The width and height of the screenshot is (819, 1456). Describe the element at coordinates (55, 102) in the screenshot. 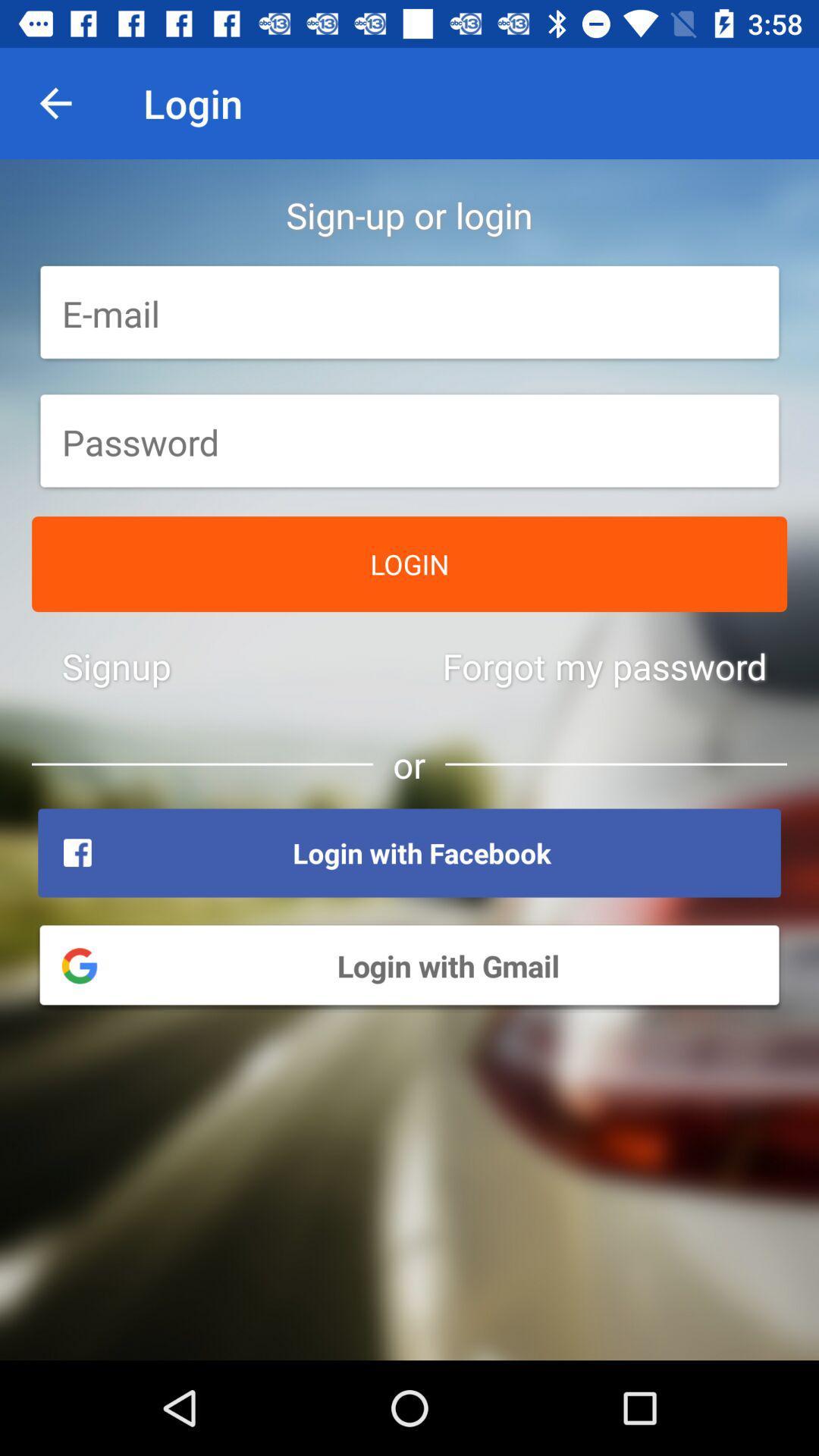

I see `icon to the left of login item` at that location.